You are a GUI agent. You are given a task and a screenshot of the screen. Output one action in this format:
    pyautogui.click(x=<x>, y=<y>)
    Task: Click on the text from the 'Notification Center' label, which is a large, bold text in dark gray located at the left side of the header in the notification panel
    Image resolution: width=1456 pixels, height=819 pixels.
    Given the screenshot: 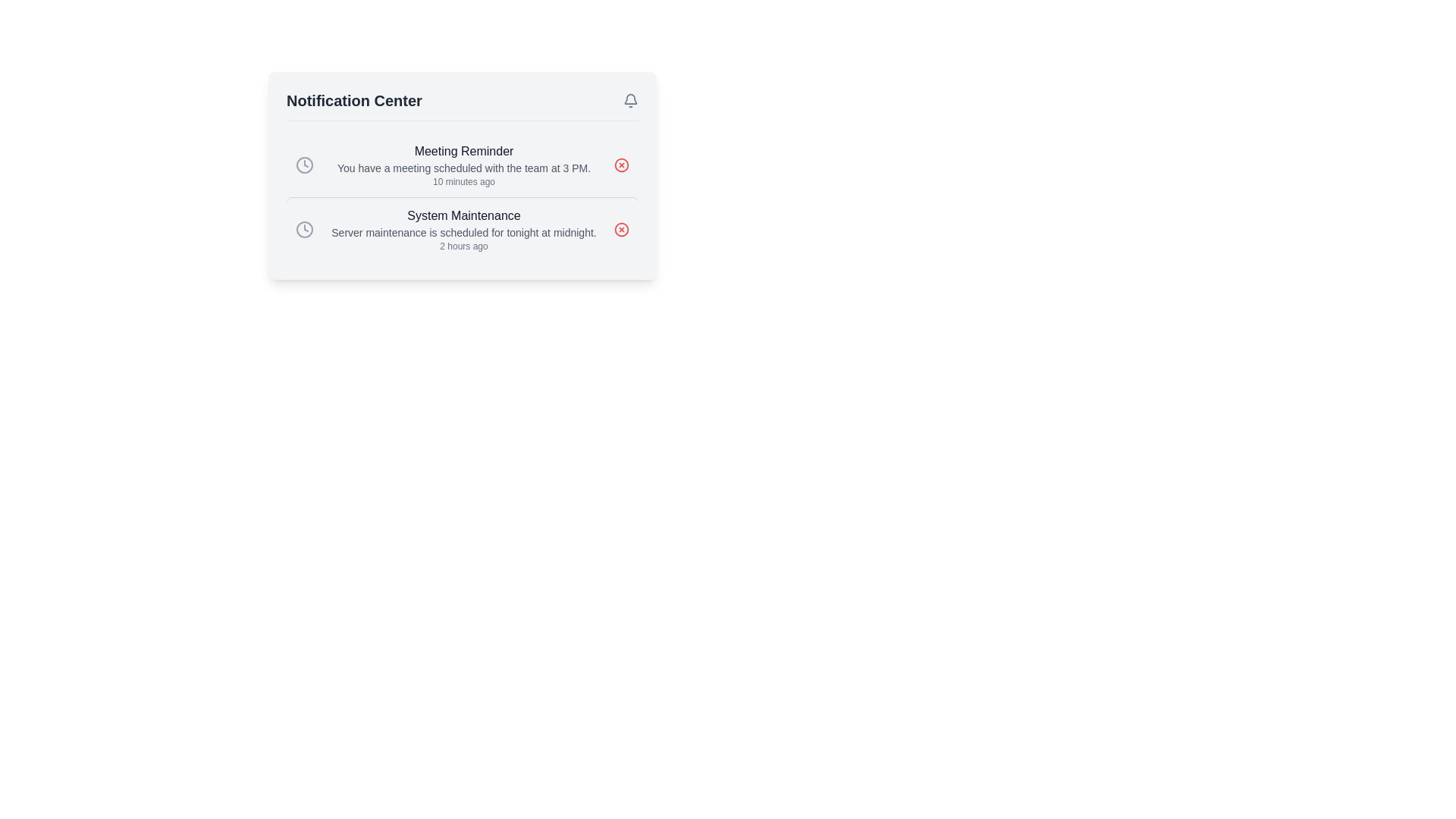 What is the action you would take?
    pyautogui.click(x=353, y=100)
    